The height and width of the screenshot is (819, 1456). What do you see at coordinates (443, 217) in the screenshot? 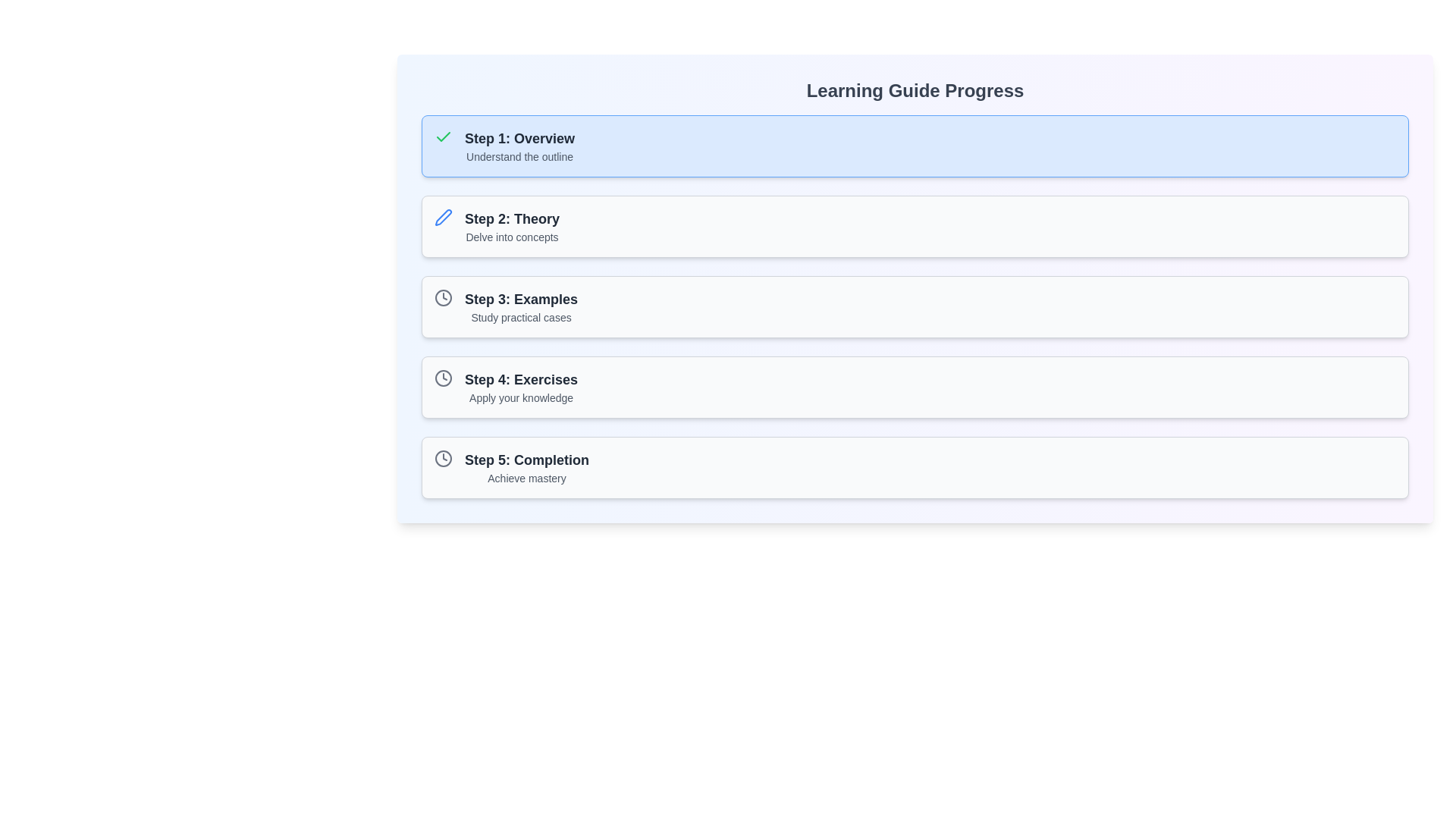
I see `the decorative icon in the second card labeled 'Step 2: Theory' which is associated with editing or writing` at bounding box center [443, 217].